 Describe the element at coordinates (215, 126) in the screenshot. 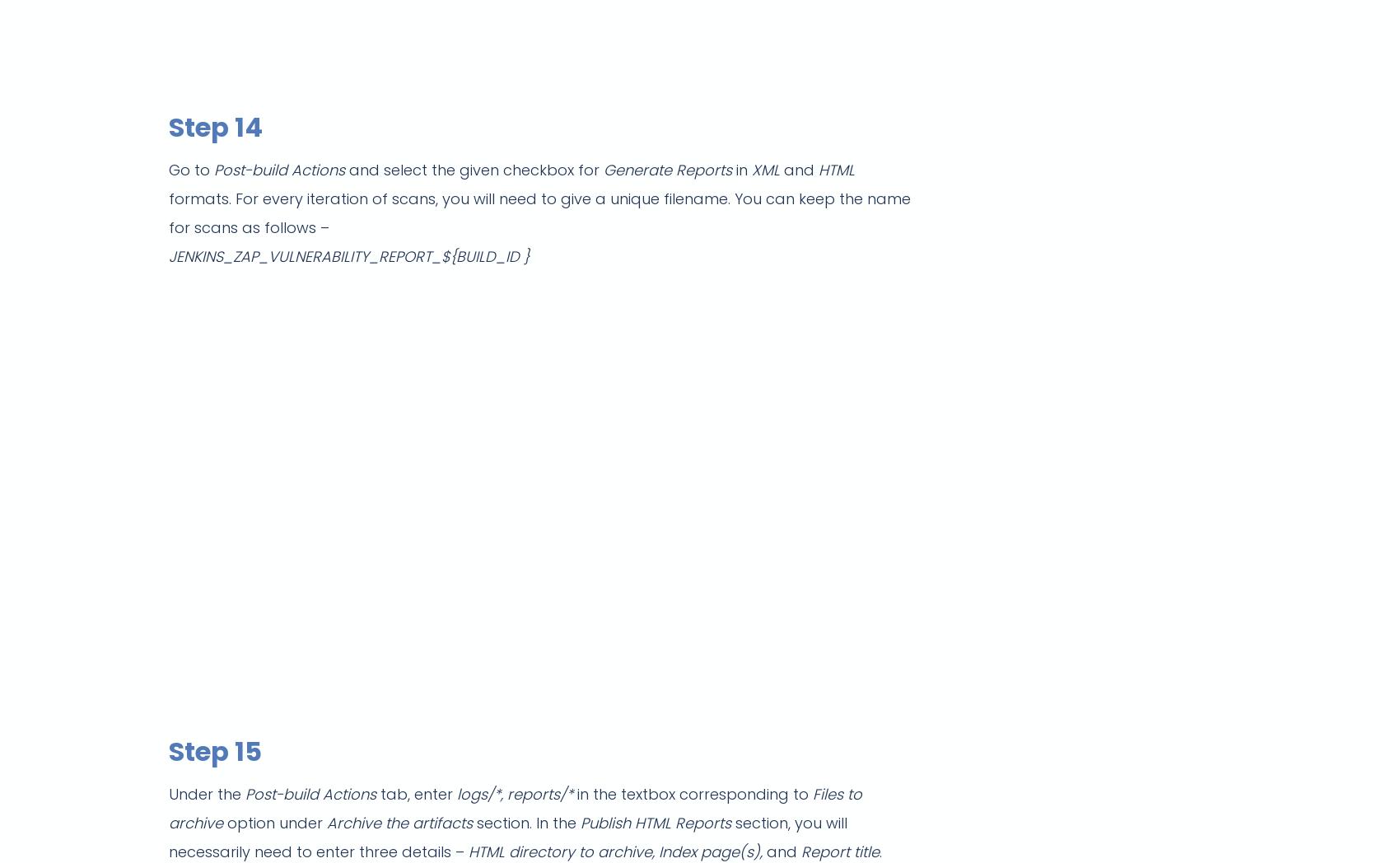

I see `'Step 14'` at that location.